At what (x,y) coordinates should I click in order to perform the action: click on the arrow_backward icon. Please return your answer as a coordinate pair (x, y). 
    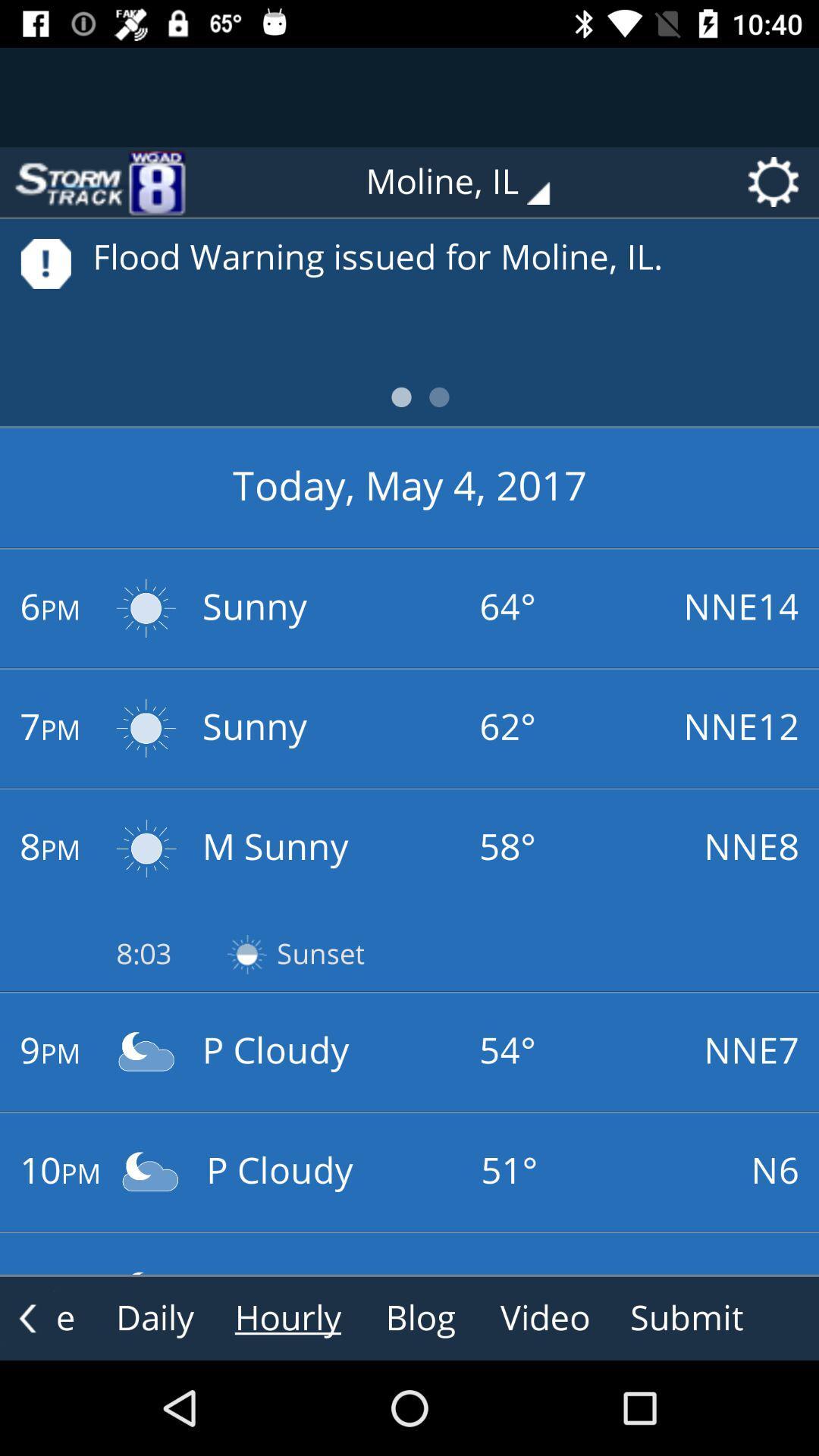
    Looking at the image, I should click on (27, 1317).